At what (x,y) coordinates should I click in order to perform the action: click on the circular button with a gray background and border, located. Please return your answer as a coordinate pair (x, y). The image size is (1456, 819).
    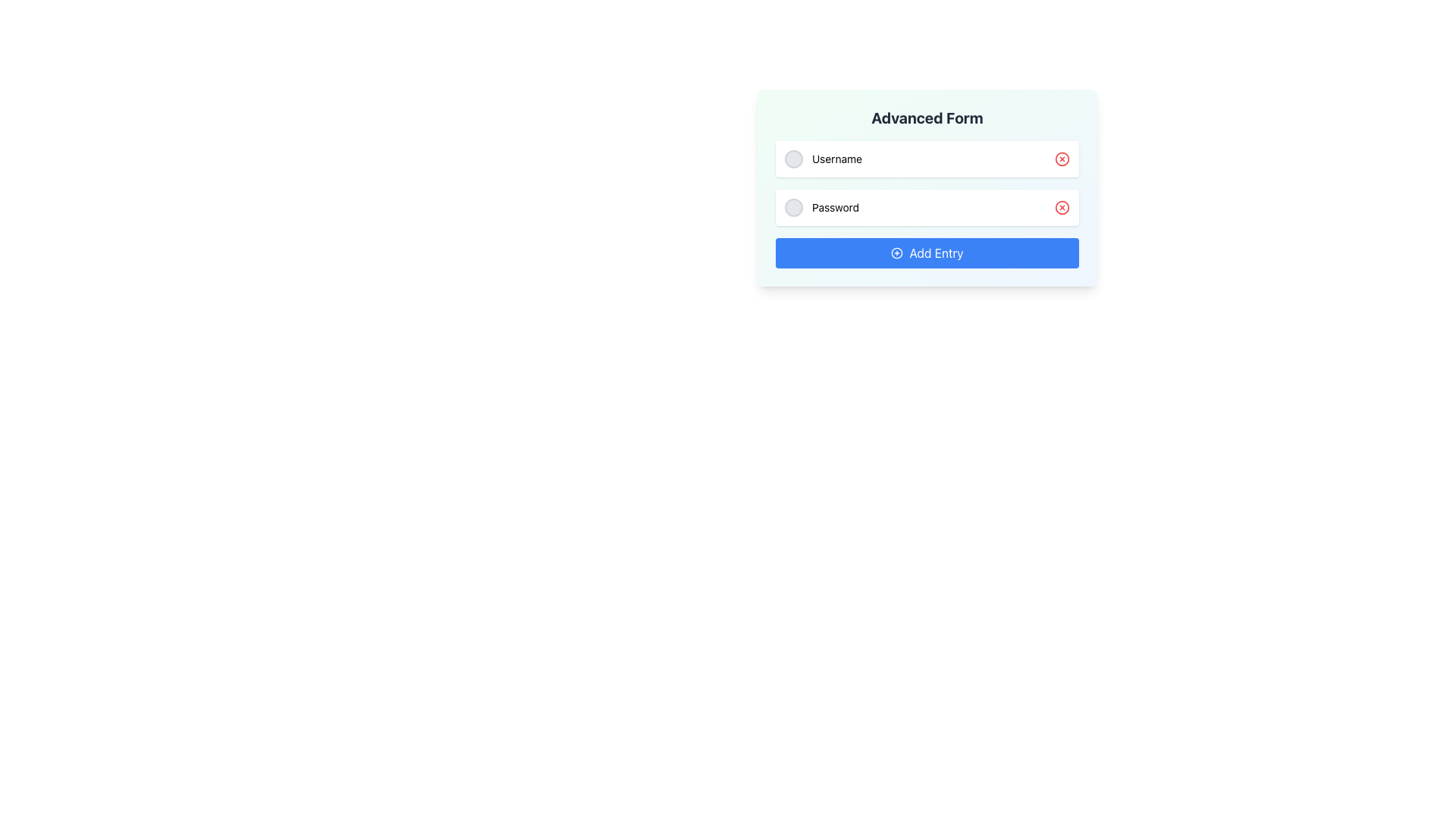
    Looking at the image, I should click on (792, 207).